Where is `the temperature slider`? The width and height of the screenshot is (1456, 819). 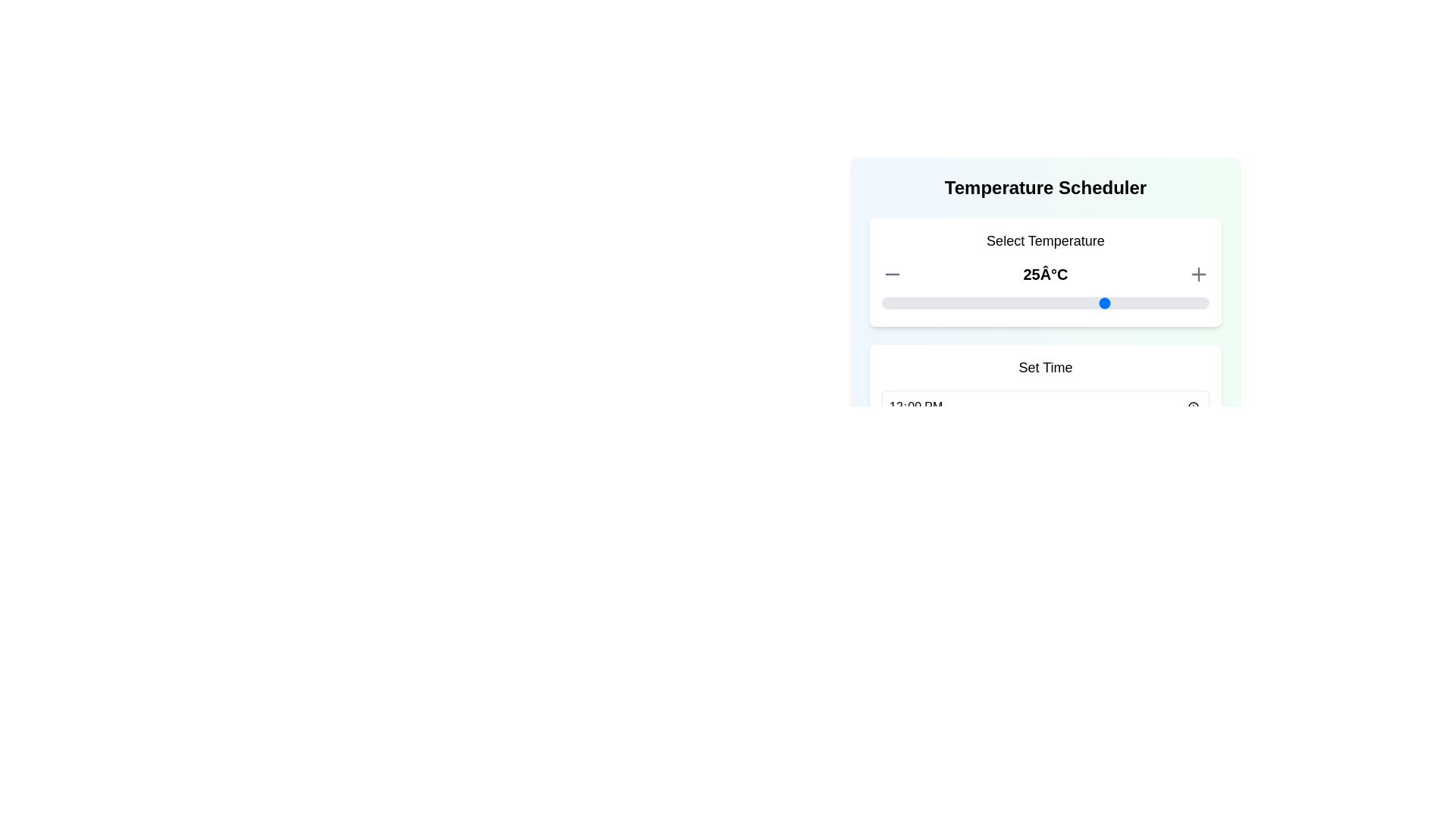 the temperature slider is located at coordinates (1175, 303).